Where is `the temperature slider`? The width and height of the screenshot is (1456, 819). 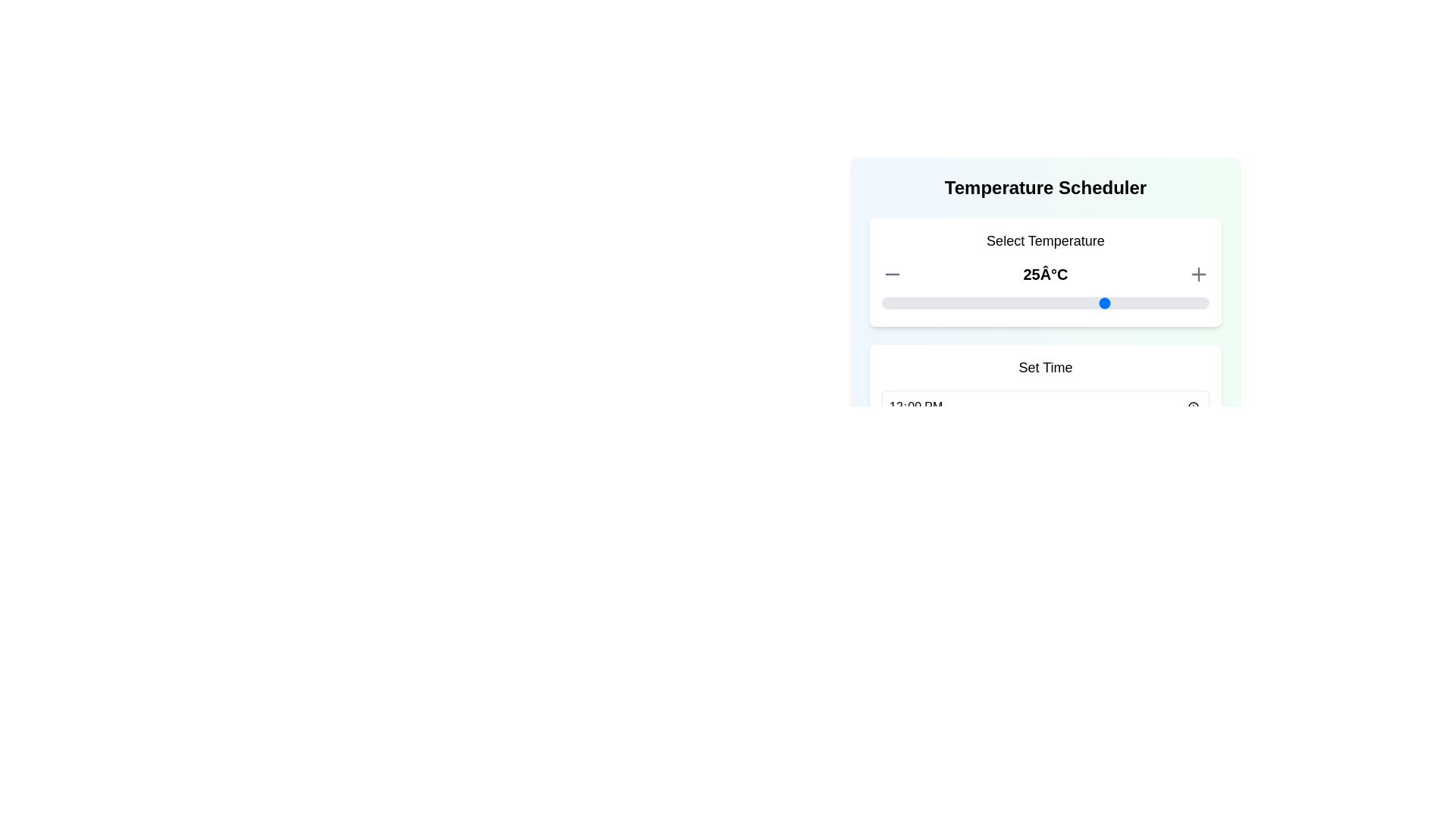 the temperature slider is located at coordinates (1175, 303).